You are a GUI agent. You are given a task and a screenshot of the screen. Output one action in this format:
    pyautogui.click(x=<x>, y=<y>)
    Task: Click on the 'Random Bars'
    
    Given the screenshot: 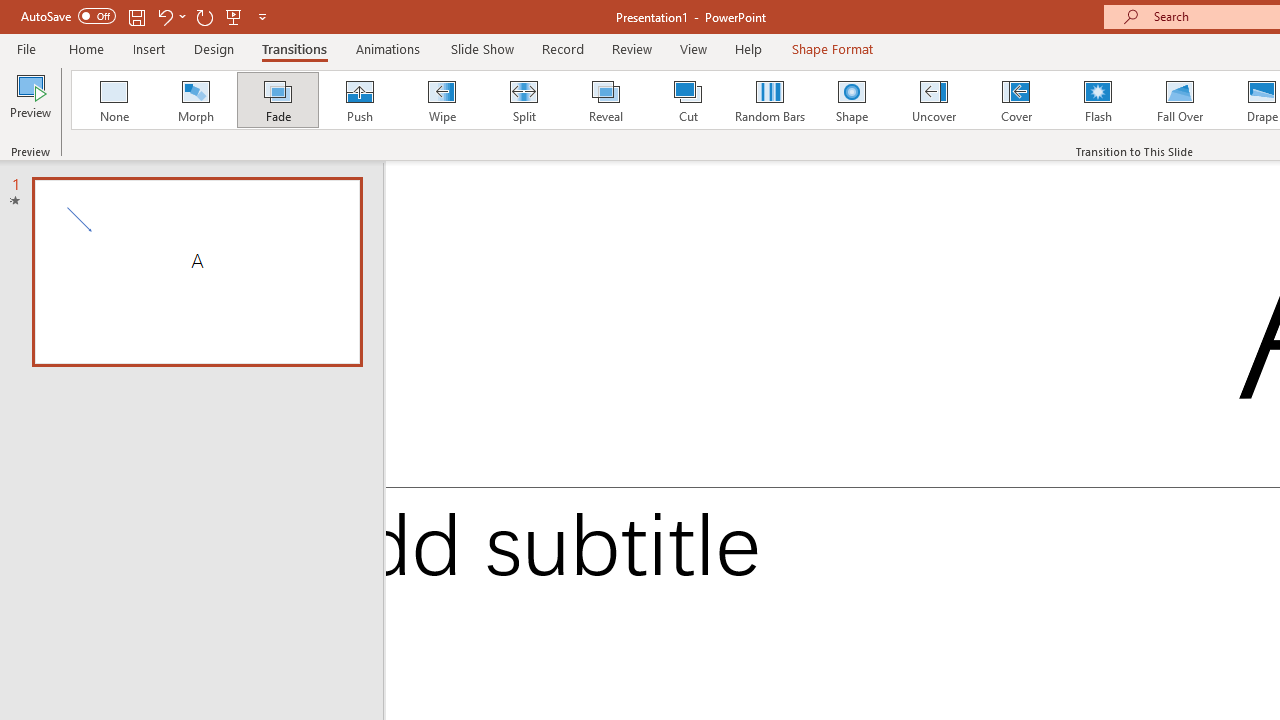 What is the action you would take?
    pyautogui.click(x=769, y=100)
    